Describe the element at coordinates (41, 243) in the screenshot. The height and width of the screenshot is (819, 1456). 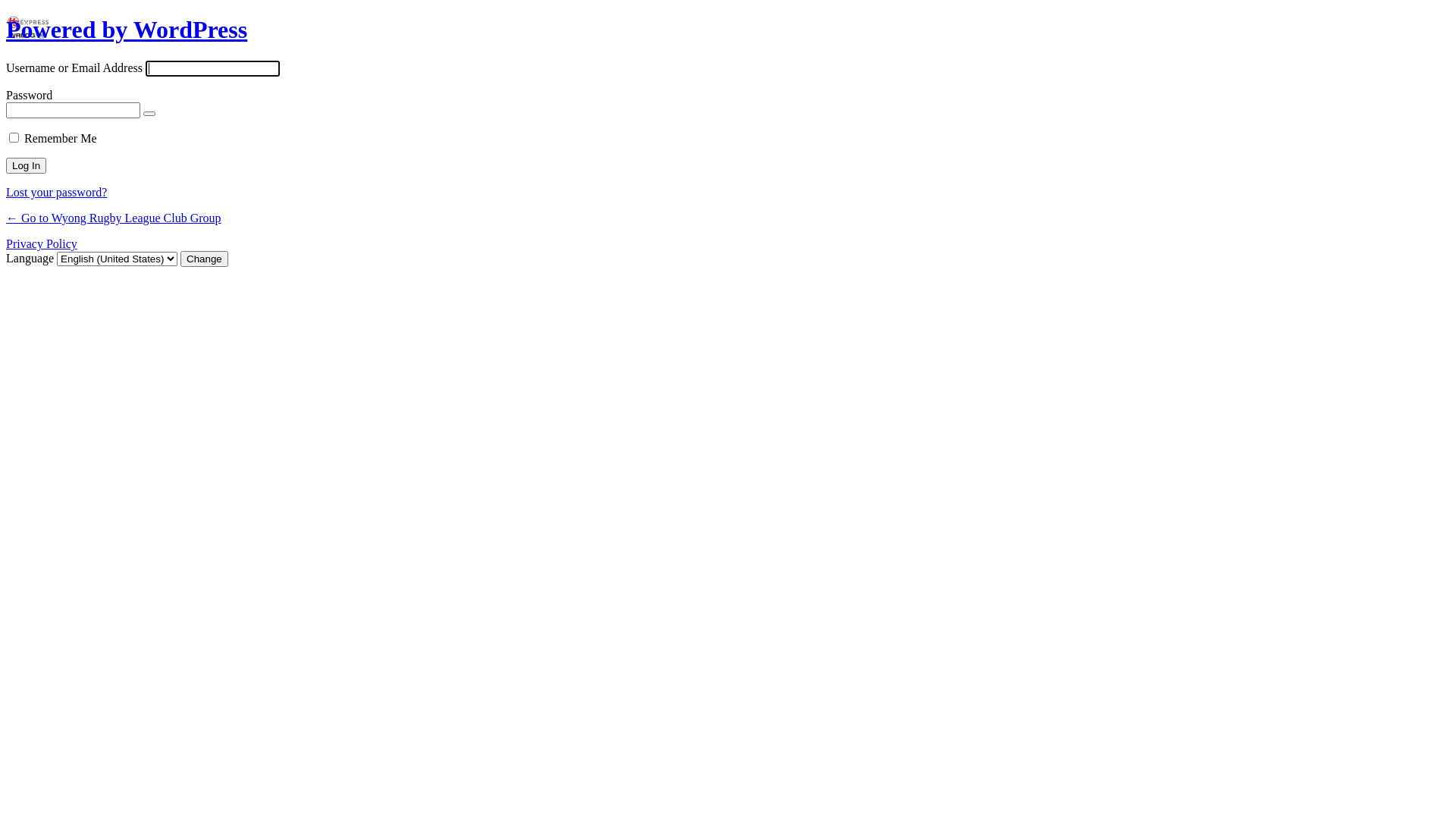
I see `'Privacy Policy'` at that location.